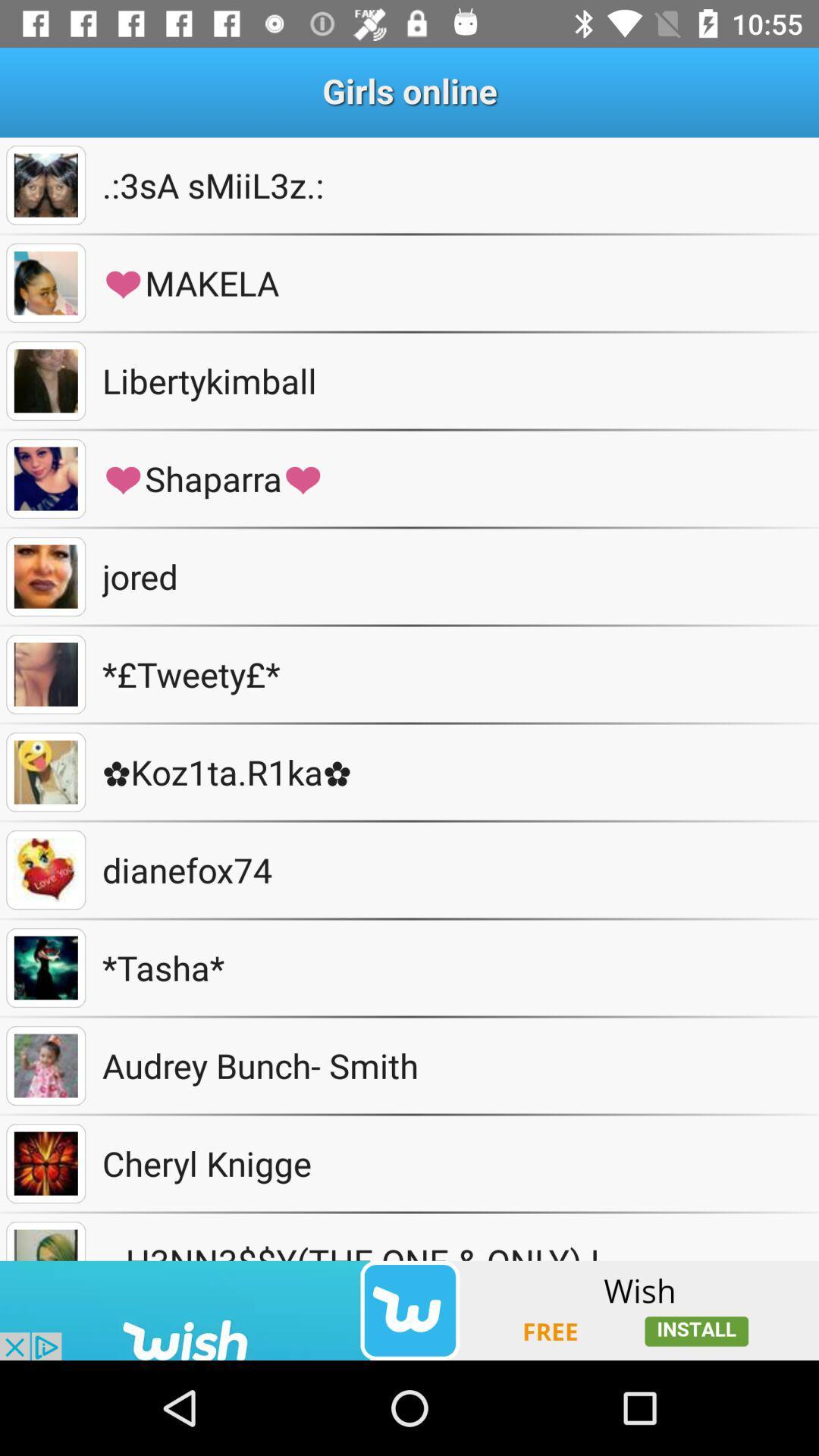  What do you see at coordinates (45, 1241) in the screenshot?
I see `choose profile` at bounding box center [45, 1241].